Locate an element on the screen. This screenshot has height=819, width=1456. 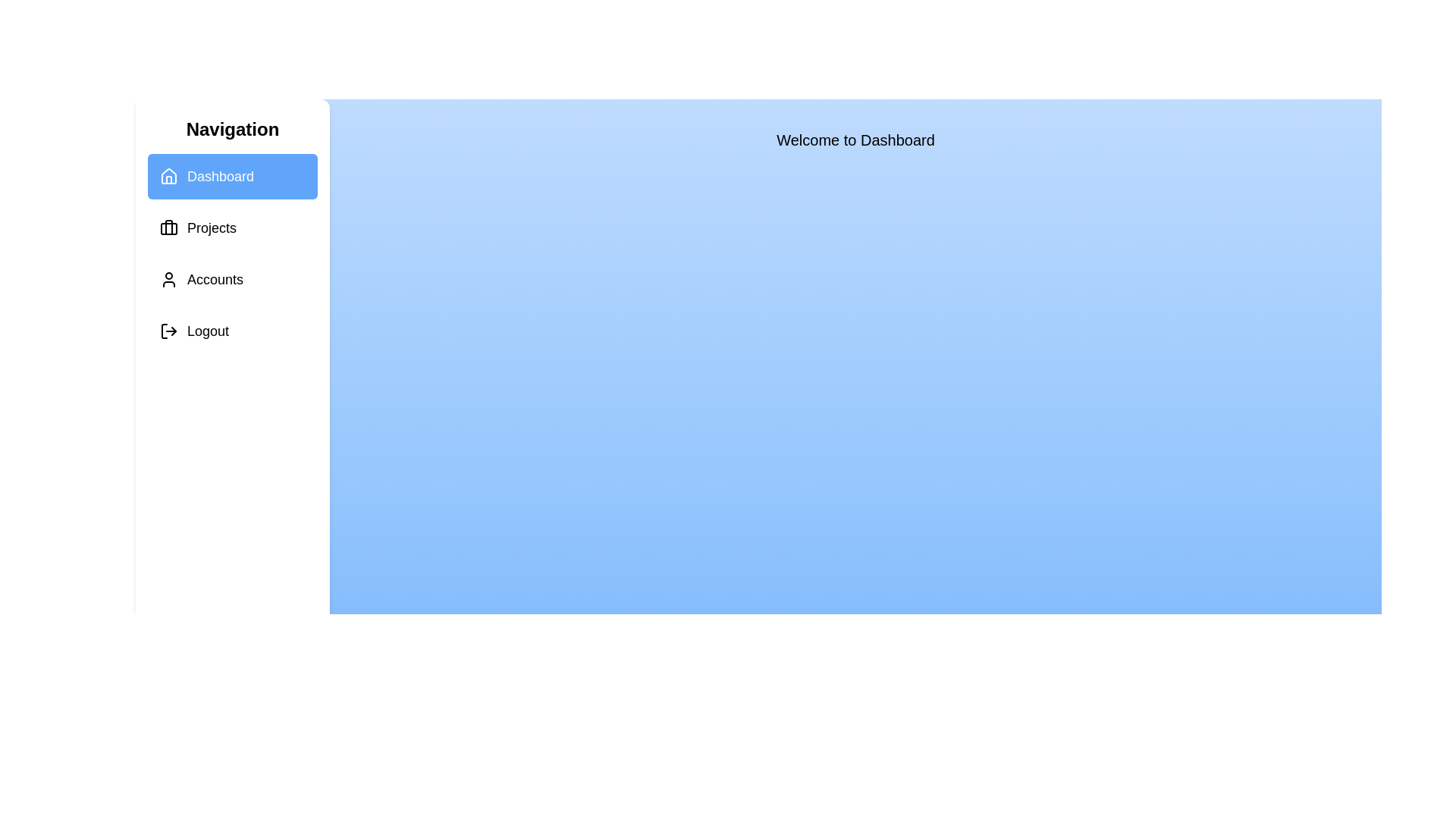
the menu item Logout to navigate to the corresponding section is located at coordinates (232, 330).